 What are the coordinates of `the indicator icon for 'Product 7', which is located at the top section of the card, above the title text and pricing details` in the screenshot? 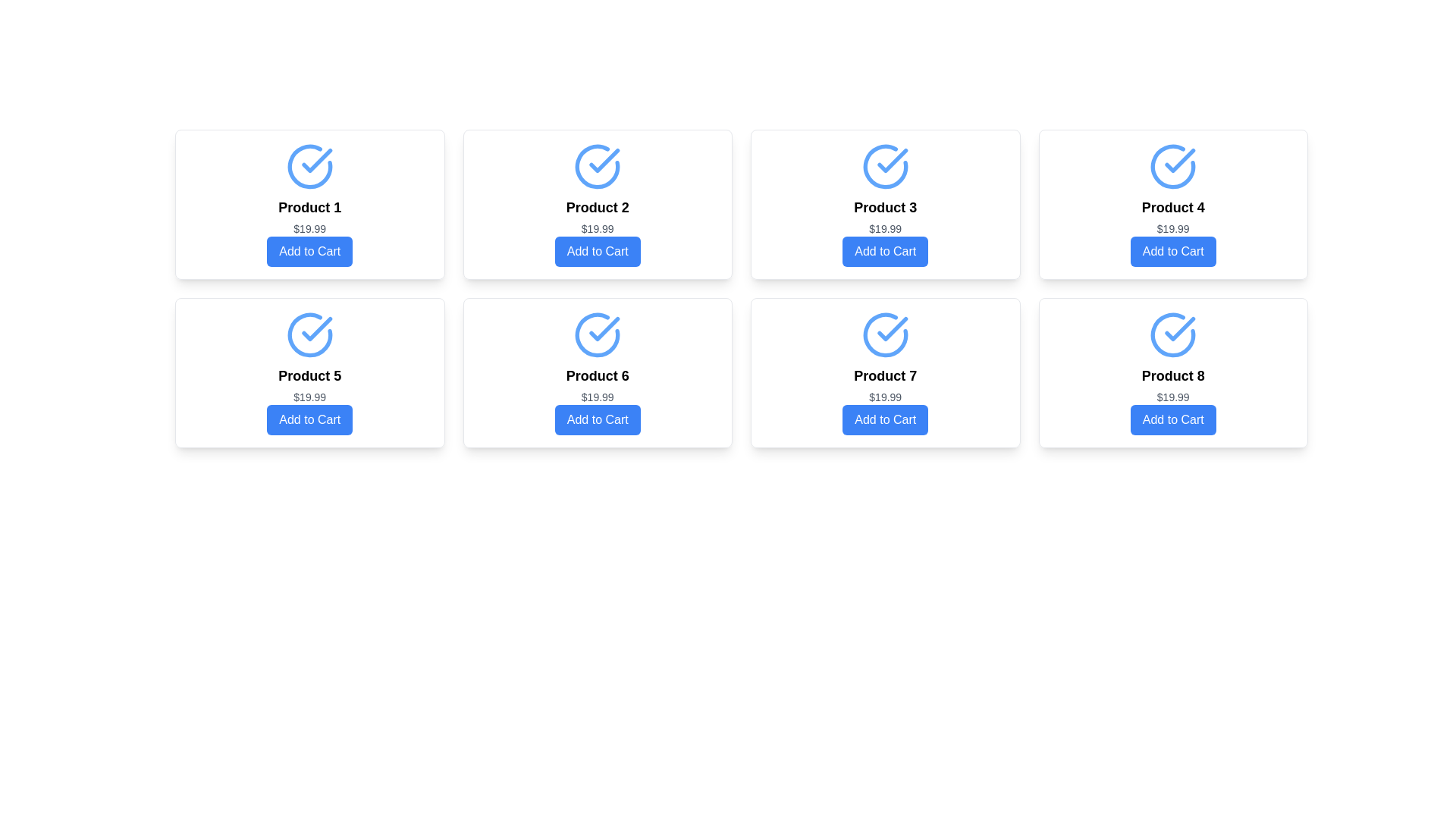 It's located at (885, 334).